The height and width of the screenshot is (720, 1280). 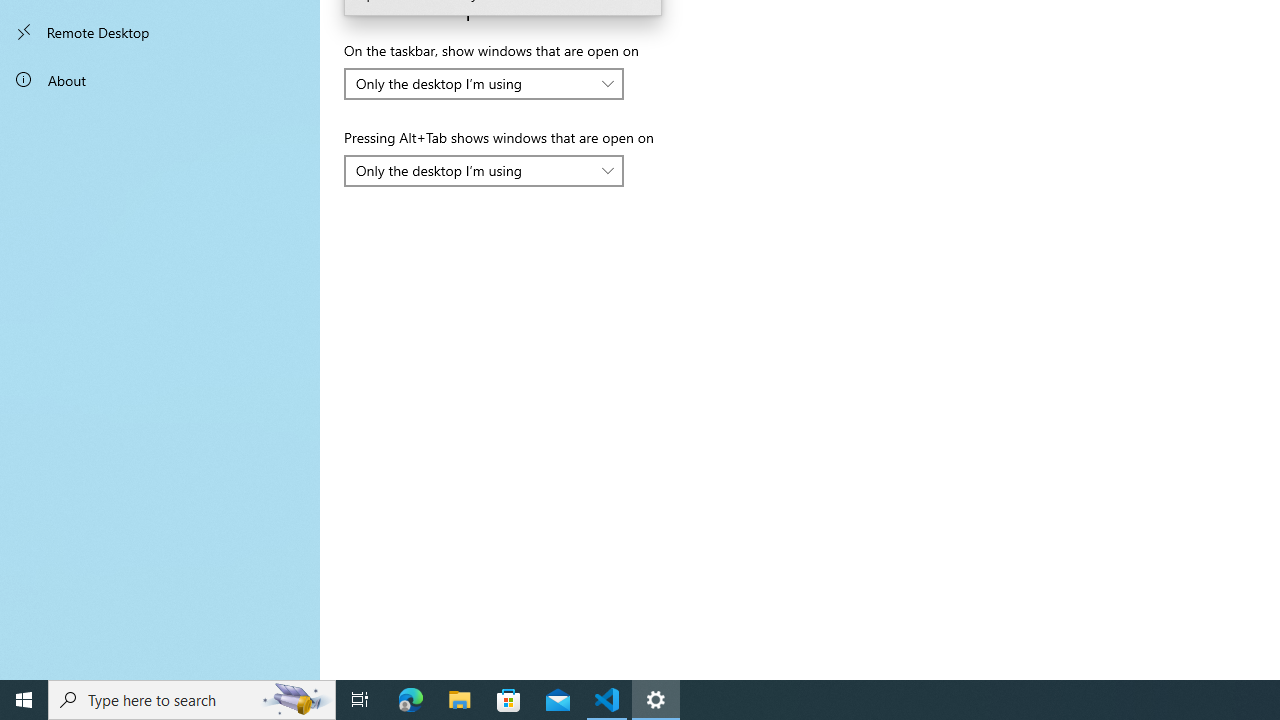 I want to click on 'Type here to search', so click(x=192, y=698).